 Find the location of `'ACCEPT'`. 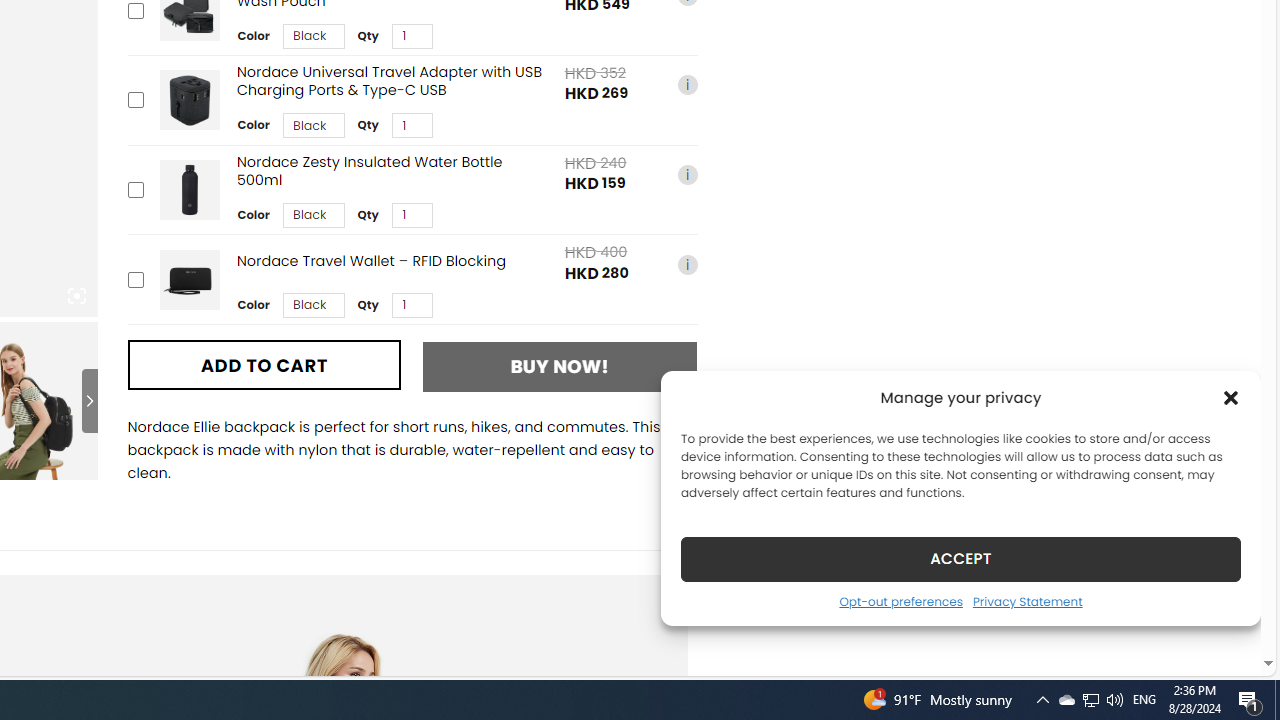

'ACCEPT' is located at coordinates (961, 558).